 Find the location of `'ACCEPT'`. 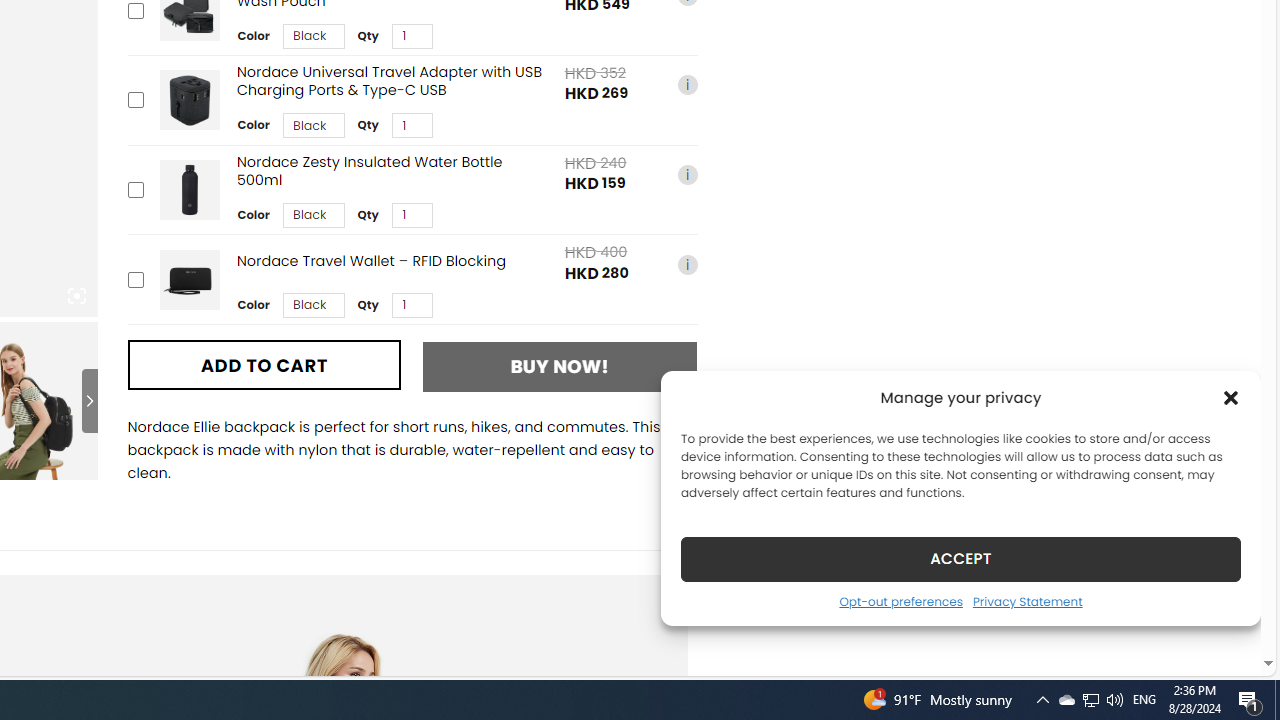

'ACCEPT' is located at coordinates (961, 558).